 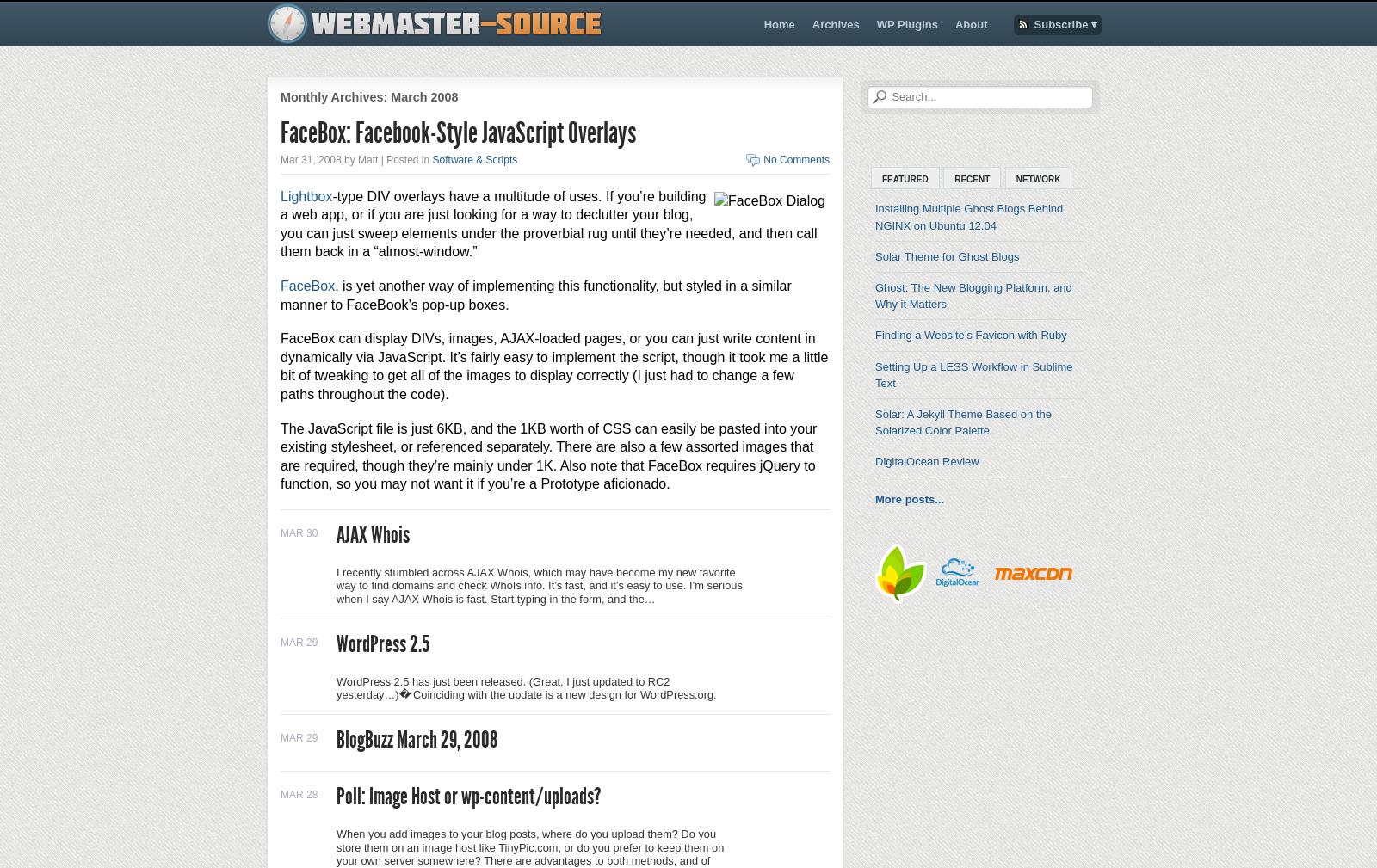 What do you see at coordinates (335, 96) in the screenshot?
I see `'Monthly Archives:'` at bounding box center [335, 96].